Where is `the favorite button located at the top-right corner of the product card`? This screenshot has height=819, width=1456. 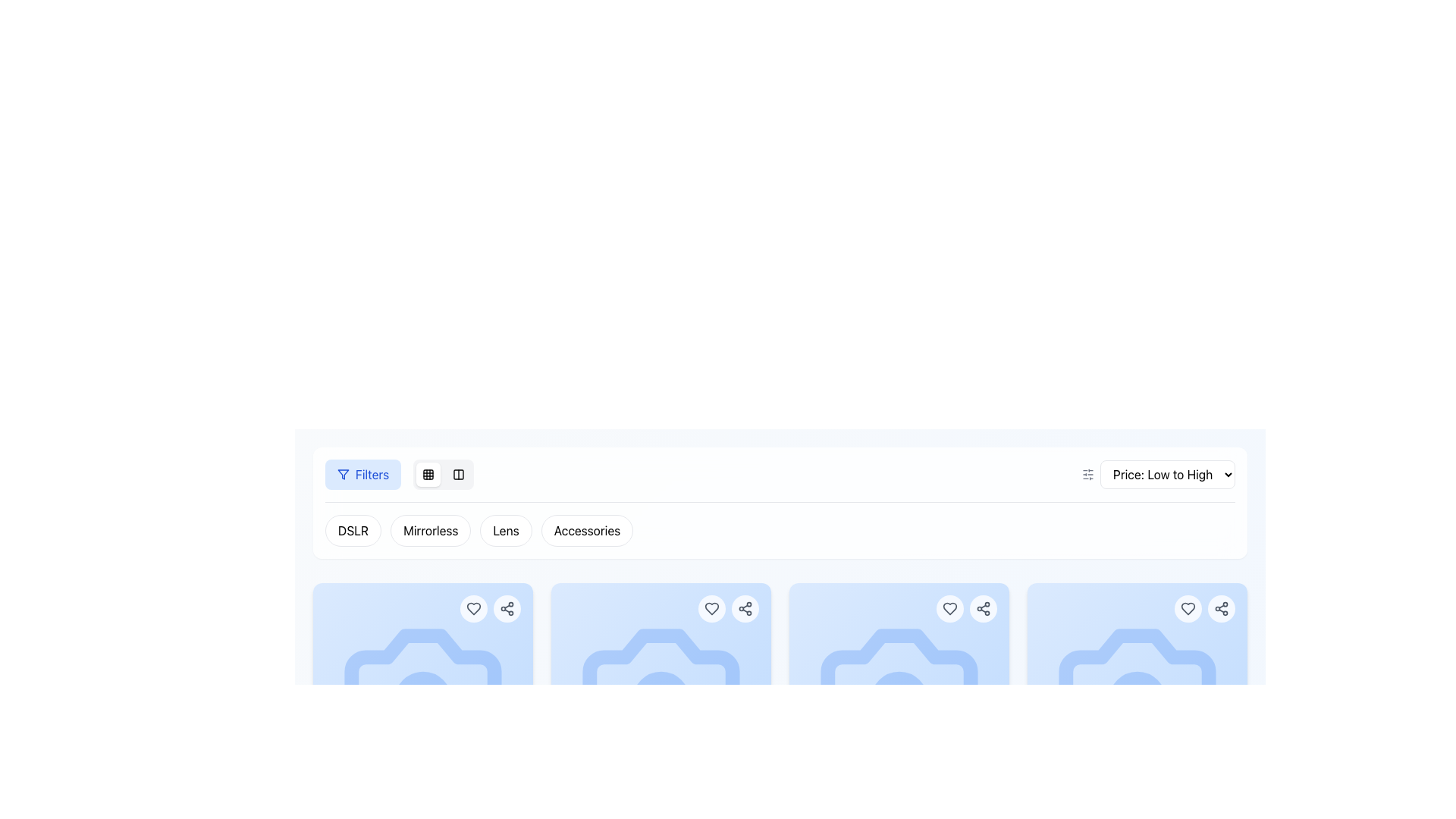 the favorite button located at the top-right corner of the product card is located at coordinates (711, 607).